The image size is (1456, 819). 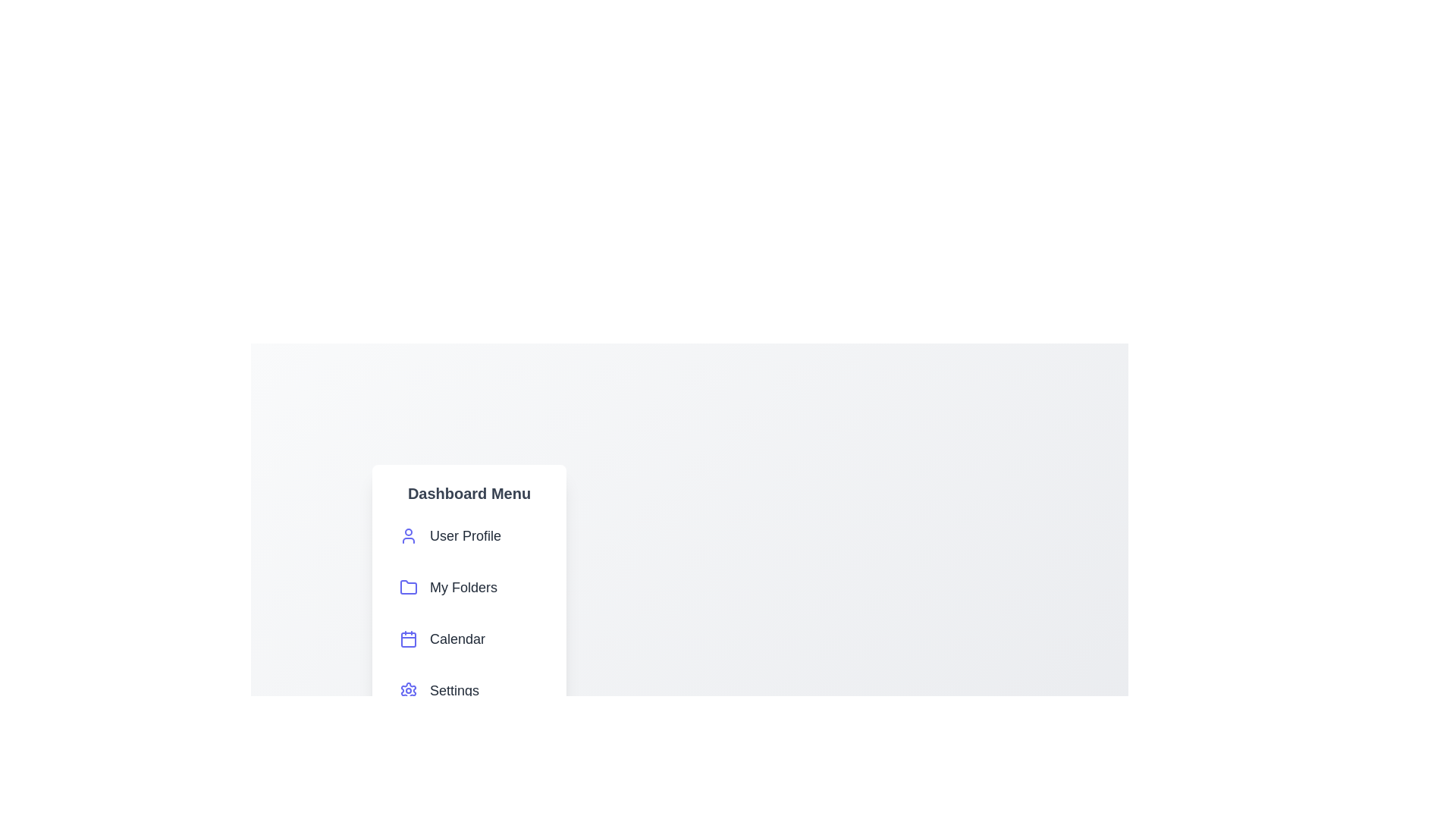 What do you see at coordinates (469, 639) in the screenshot?
I see `the menu item Calendar to highlight it` at bounding box center [469, 639].